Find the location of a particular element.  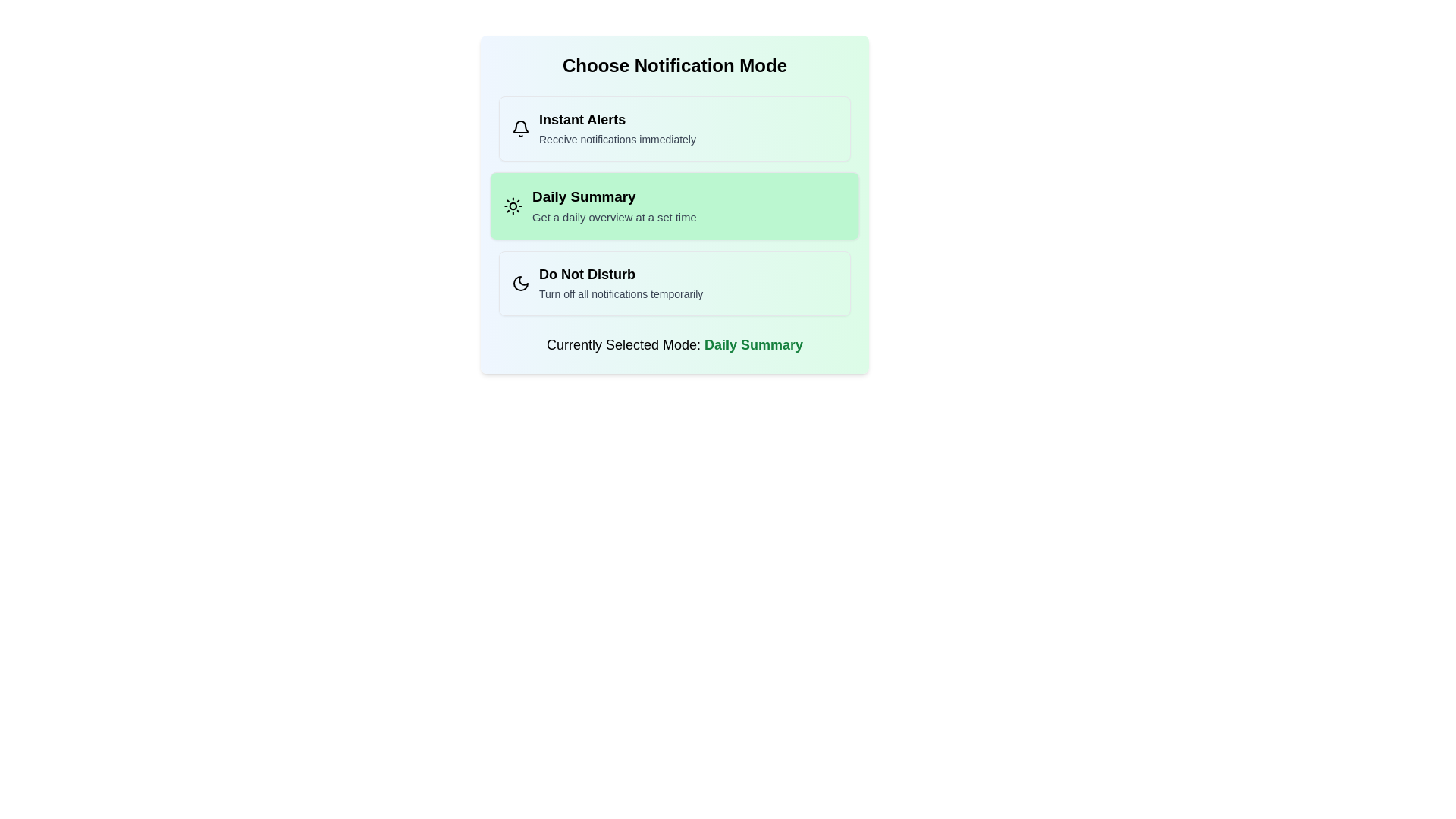

the static text that provides details about the 'Do Not Disturb' mode, located below the 'Do Not Disturb' header in the third option of the vertical list is located at coordinates (621, 294).